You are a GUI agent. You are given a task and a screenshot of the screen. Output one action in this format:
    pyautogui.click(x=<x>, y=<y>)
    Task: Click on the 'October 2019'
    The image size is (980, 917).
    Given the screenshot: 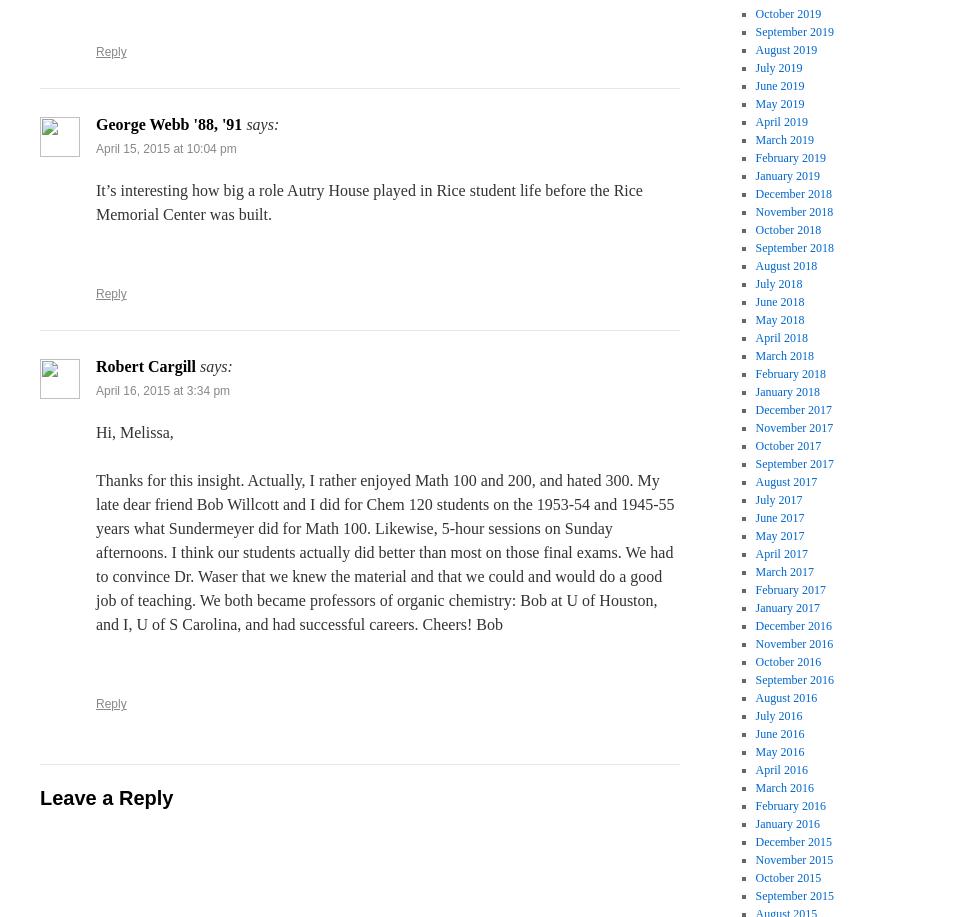 What is the action you would take?
    pyautogui.click(x=788, y=14)
    